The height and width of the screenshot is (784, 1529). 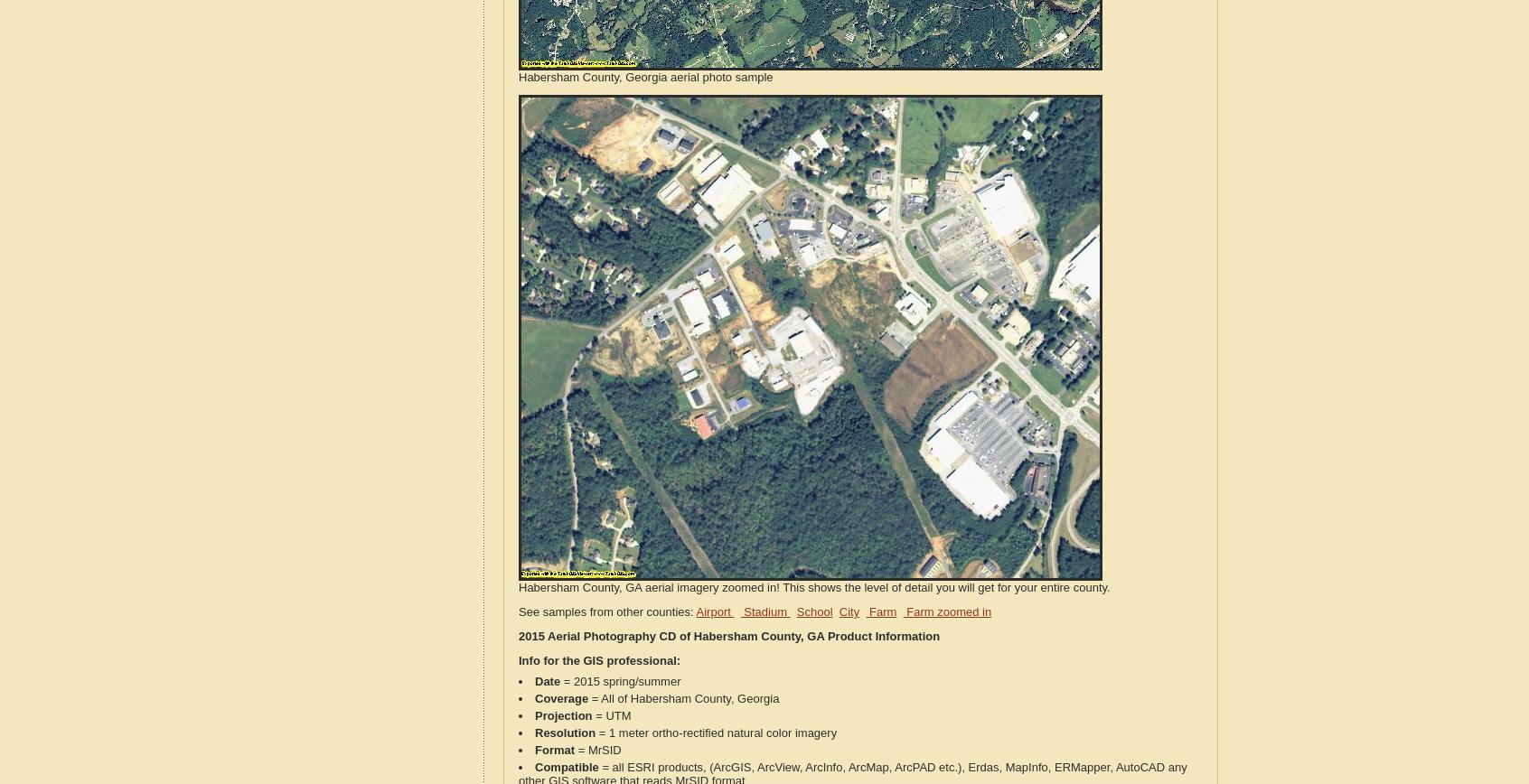 What do you see at coordinates (599, 660) in the screenshot?
I see `'Info for the GIS professional:'` at bounding box center [599, 660].